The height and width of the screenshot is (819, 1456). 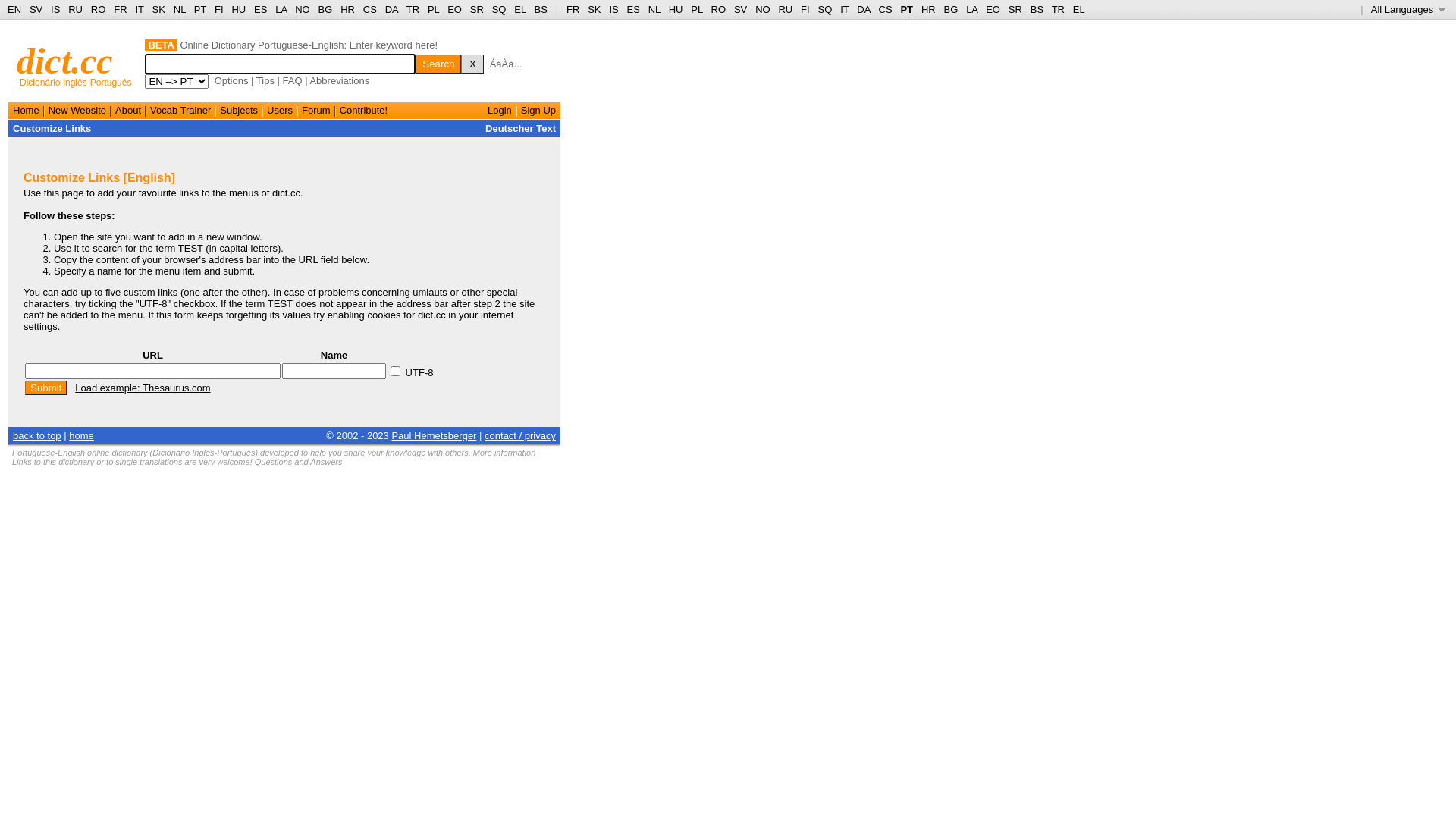 What do you see at coordinates (593, 9) in the screenshot?
I see `'SK'` at bounding box center [593, 9].